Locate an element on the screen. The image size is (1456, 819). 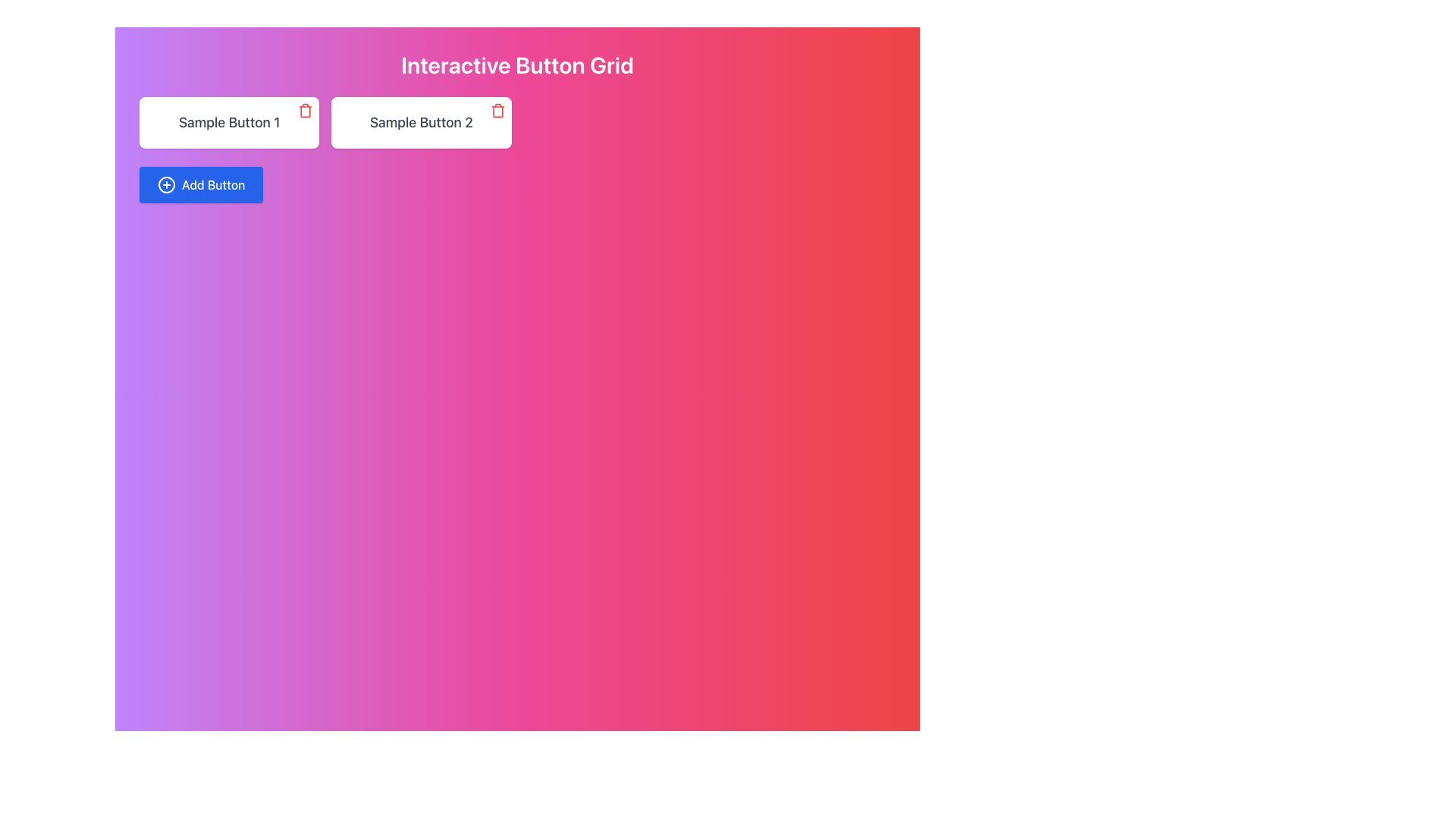
the delete button located in the top-right corner of the 'Sample Button 2' card is located at coordinates (497, 110).